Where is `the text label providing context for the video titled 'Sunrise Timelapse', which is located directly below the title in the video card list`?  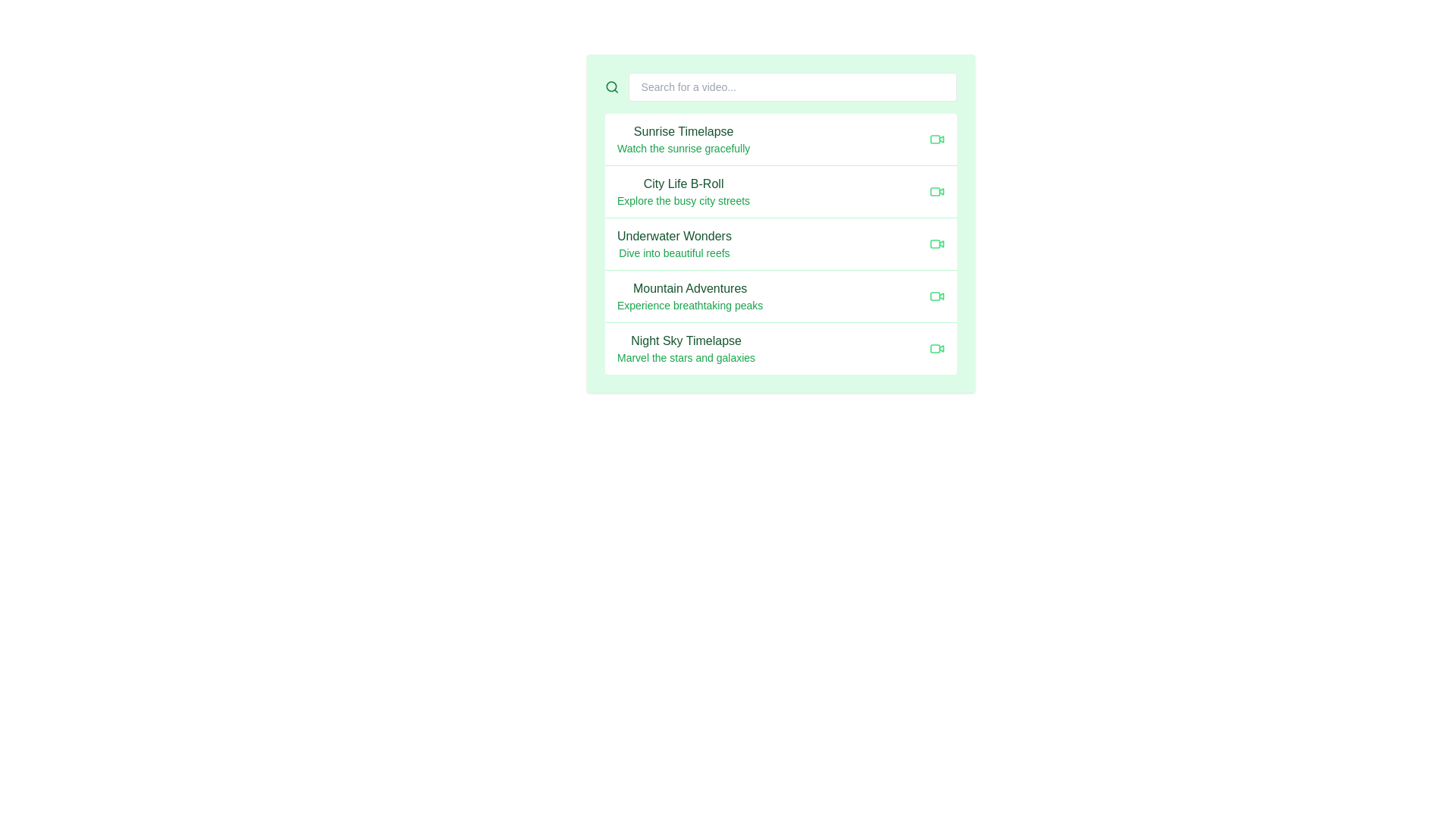 the text label providing context for the video titled 'Sunrise Timelapse', which is located directly below the title in the video card list is located at coordinates (682, 149).